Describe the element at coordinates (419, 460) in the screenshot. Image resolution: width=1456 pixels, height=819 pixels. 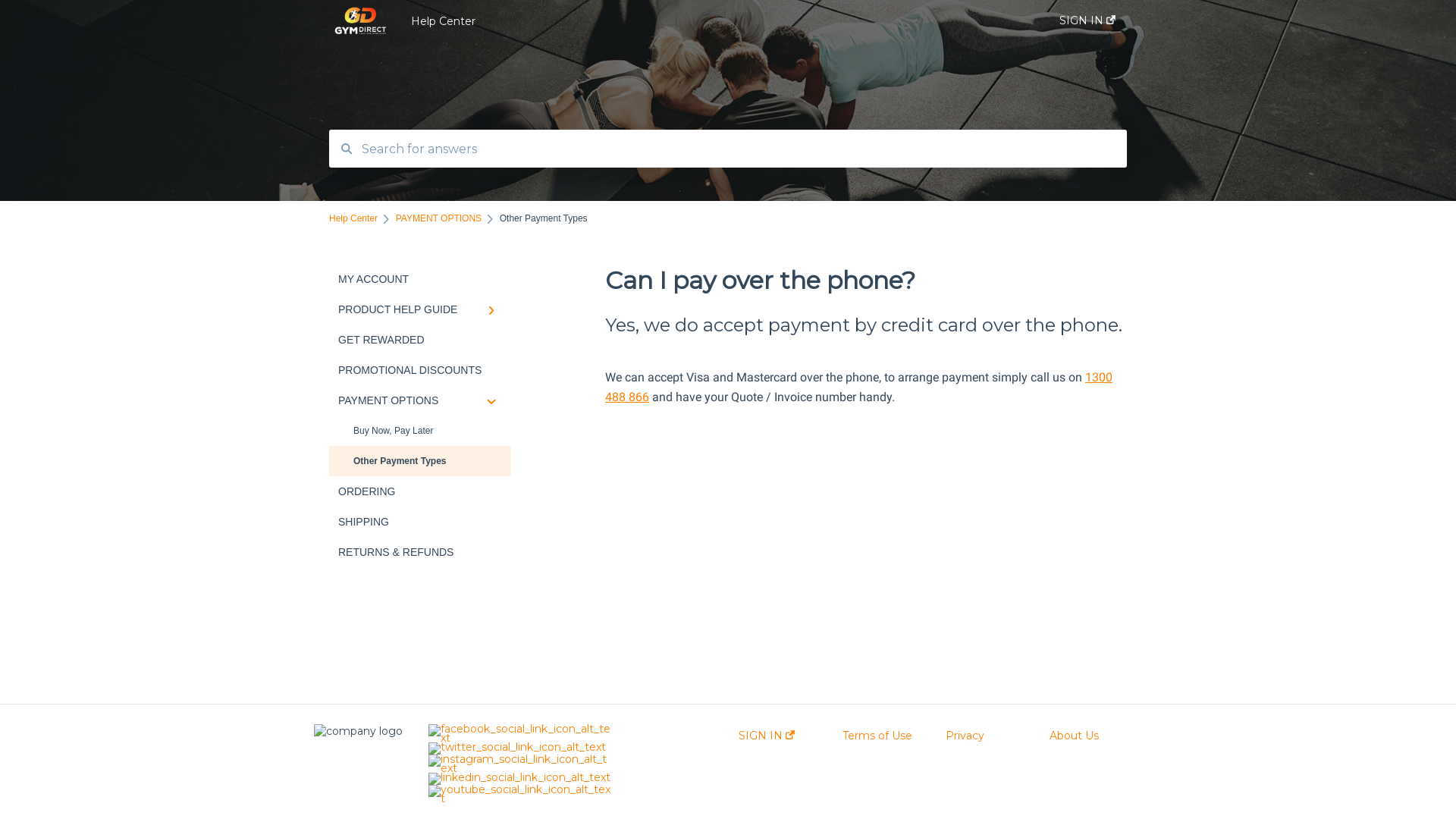
I see `'Other Payment Types'` at that location.